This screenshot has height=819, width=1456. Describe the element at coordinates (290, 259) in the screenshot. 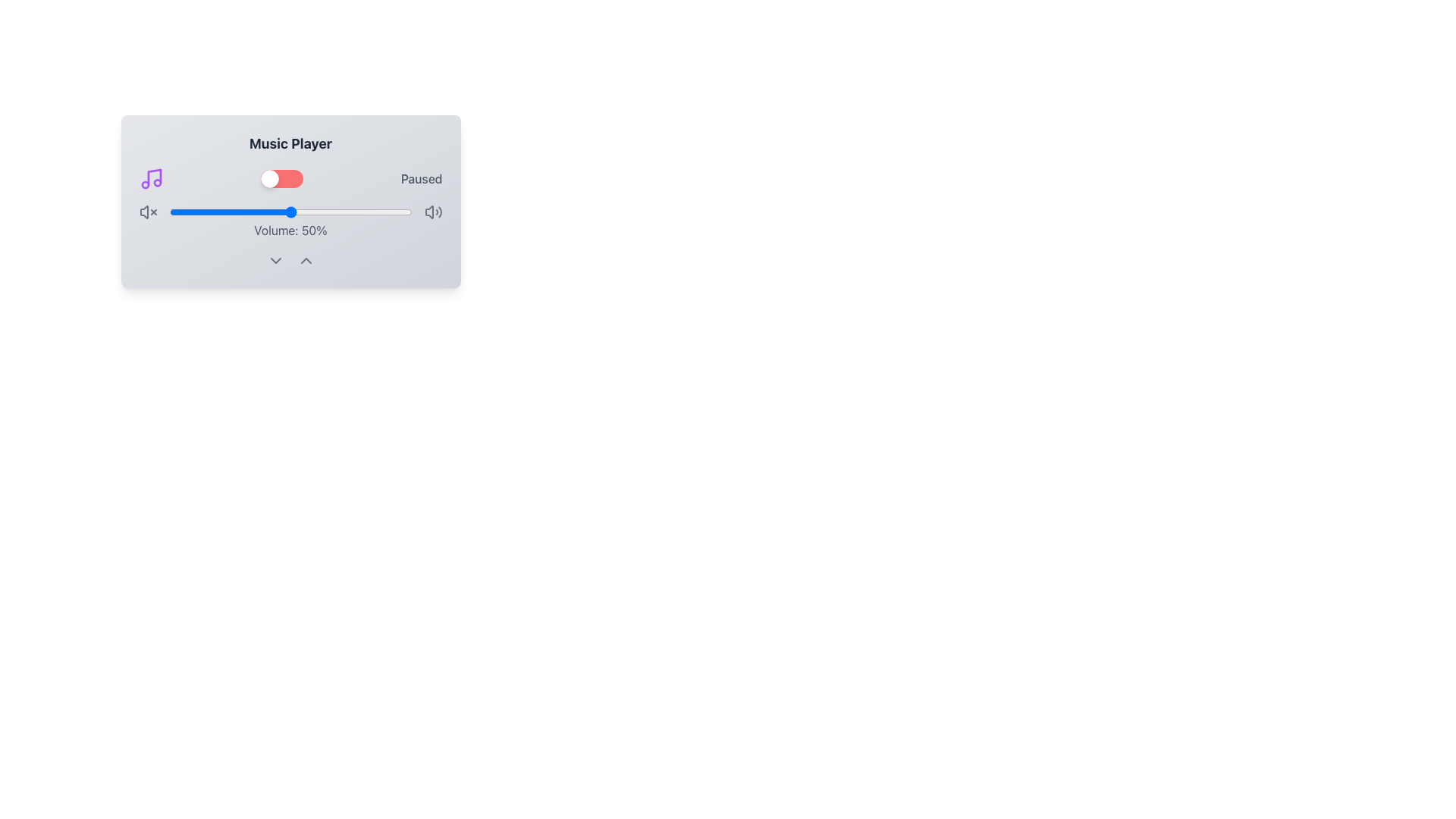

I see `the up chevron-shaped button in the vertical navigation control located at the bottom of the 'Music Player' interface to scroll up` at that location.